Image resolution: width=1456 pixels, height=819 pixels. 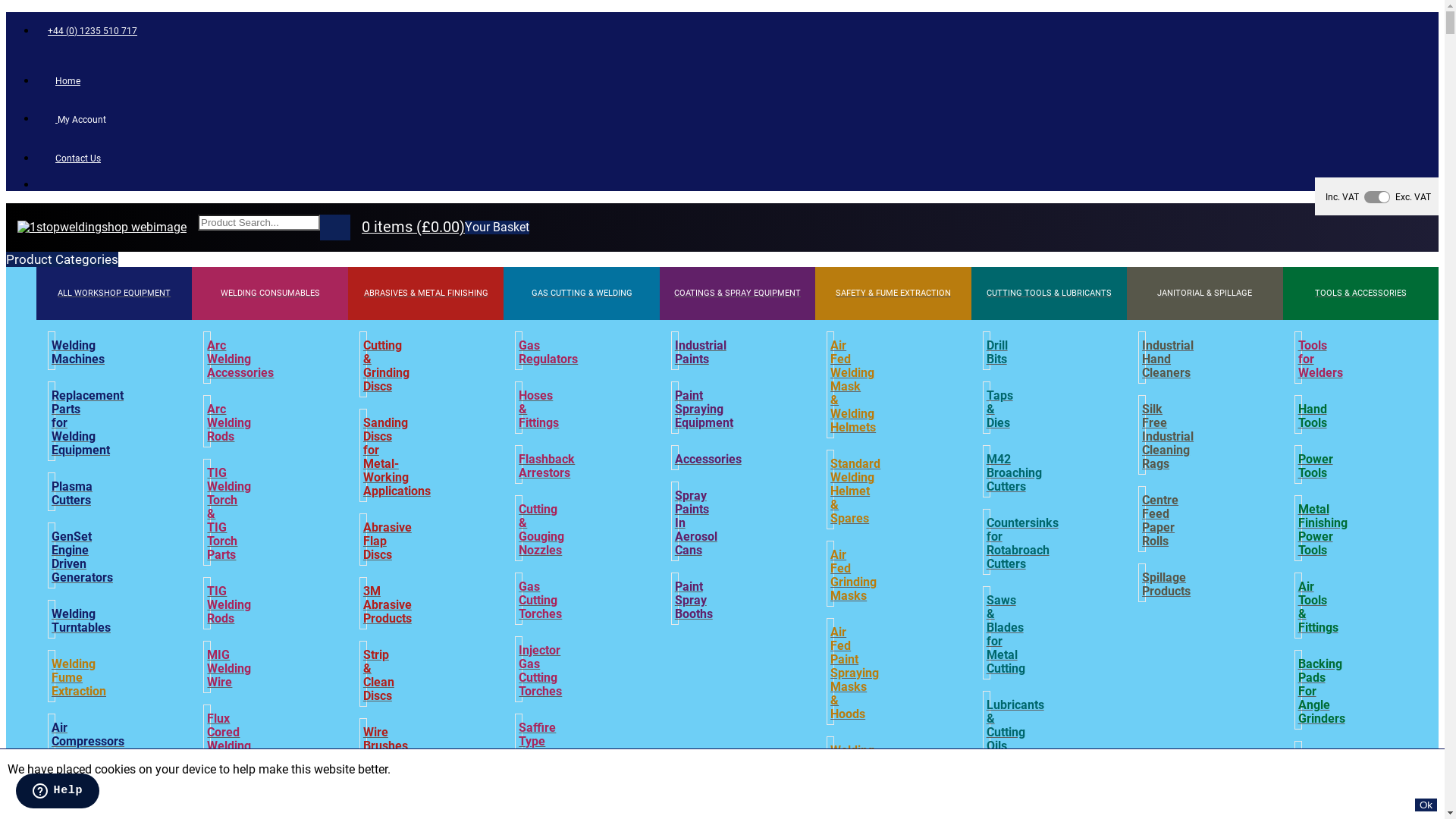 I want to click on 'Ok', so click(x=1425, y=804).